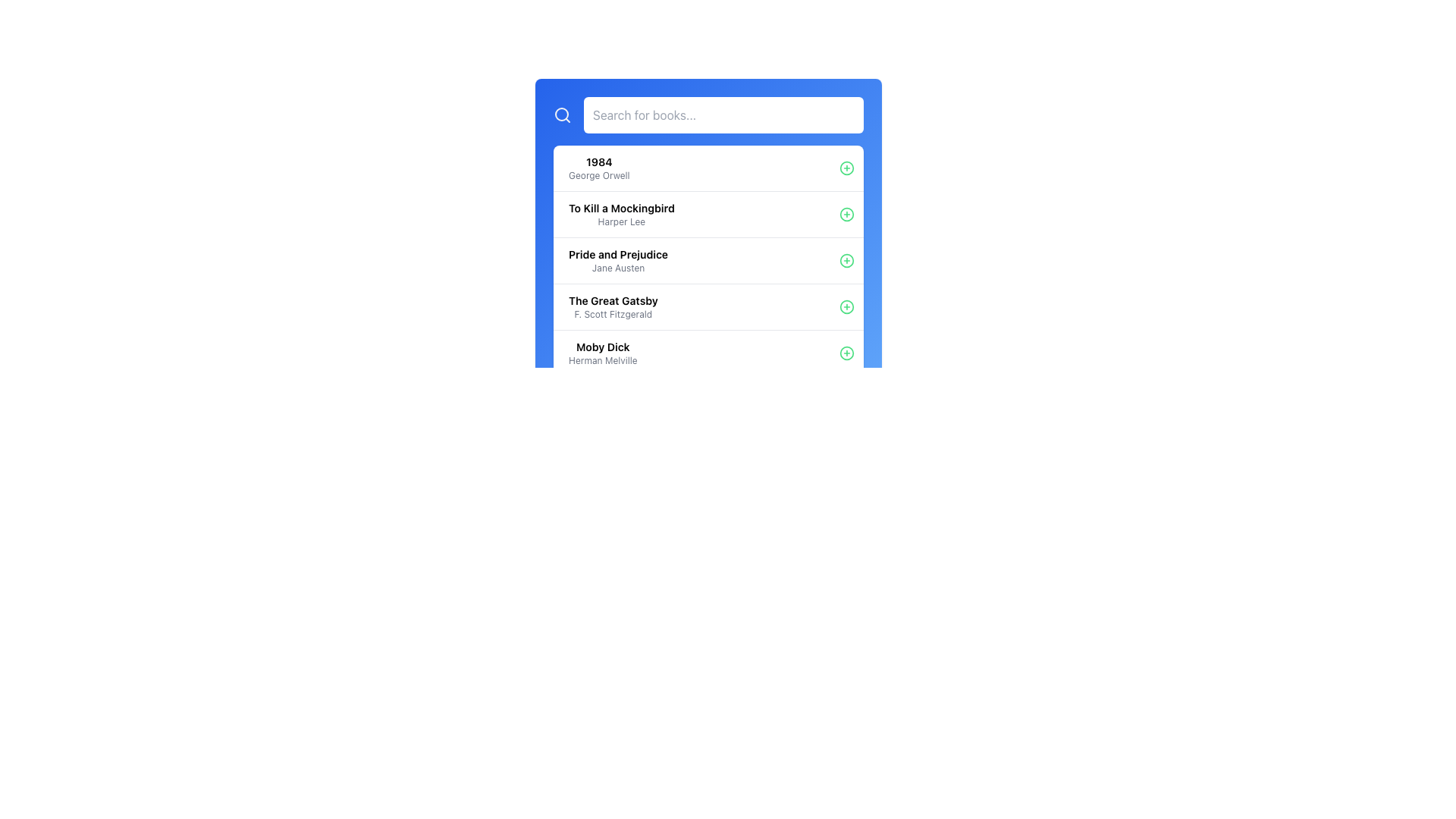 The image size is (1456, 819). I want to click on the Text Label displaying 'Pride and Prejudice', which is the upper text in a vertically listed section of book results, so click(618, 253).